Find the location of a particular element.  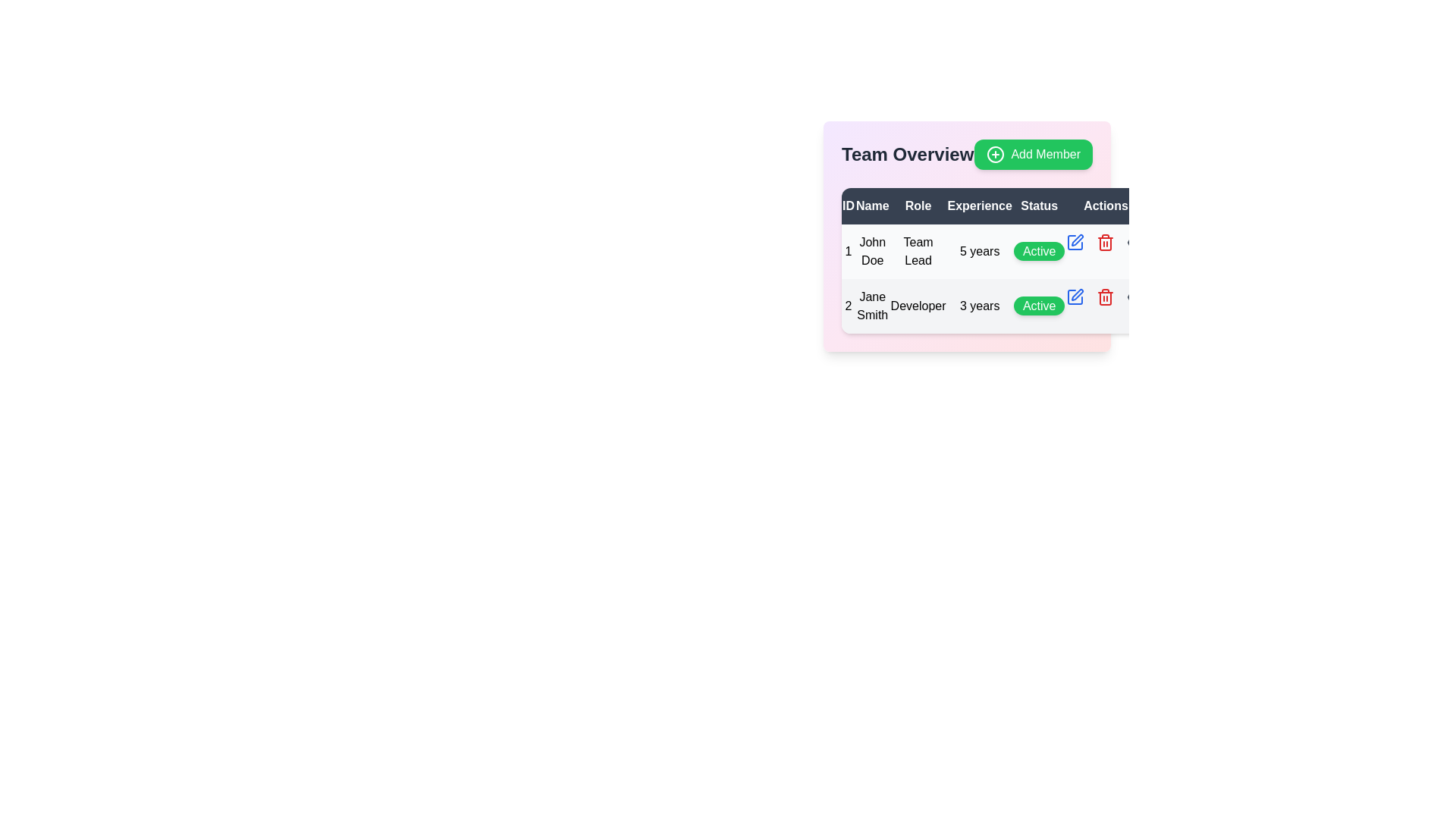

the text label representing the unique identifier for the row entry corresponding to the user 'John Doe', which is the first entry in the 'ID' column of a table is located at coordinates (847, 250).